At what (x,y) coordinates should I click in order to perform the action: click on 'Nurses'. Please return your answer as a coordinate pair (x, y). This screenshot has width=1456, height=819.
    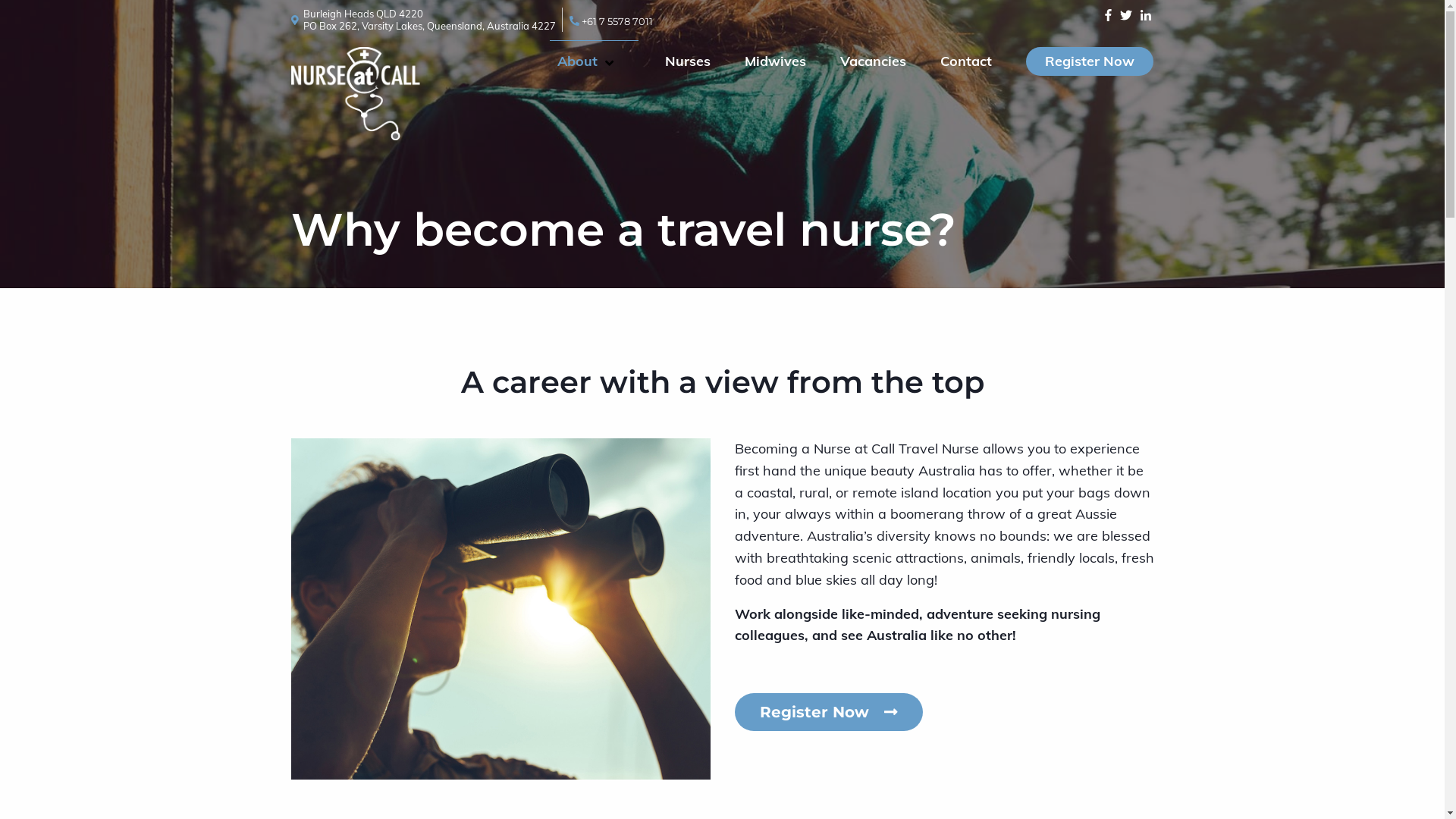
    Looking at the image, I should click on (687, 61).